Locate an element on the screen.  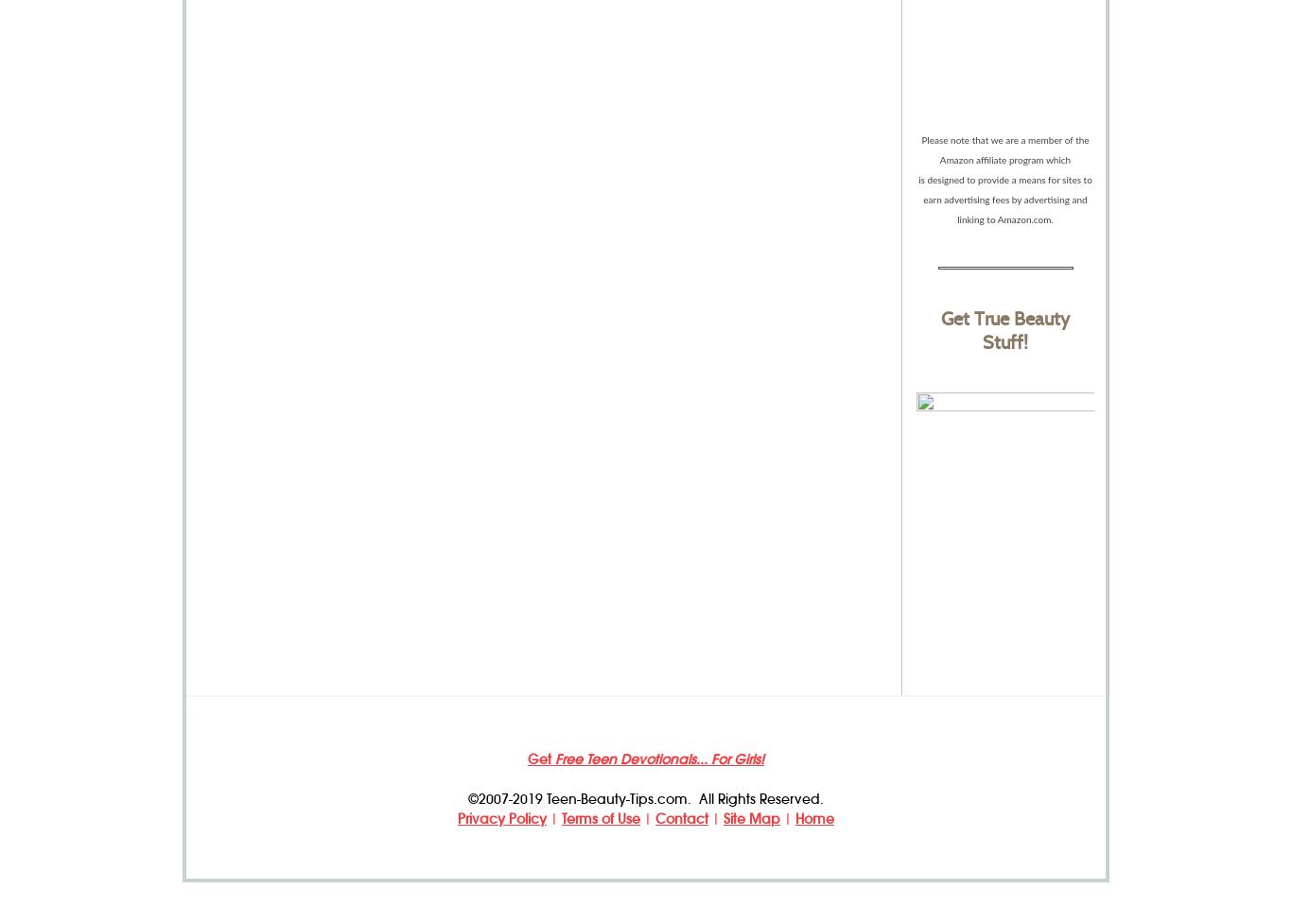
'Home' is located at coordinates (813, 818).